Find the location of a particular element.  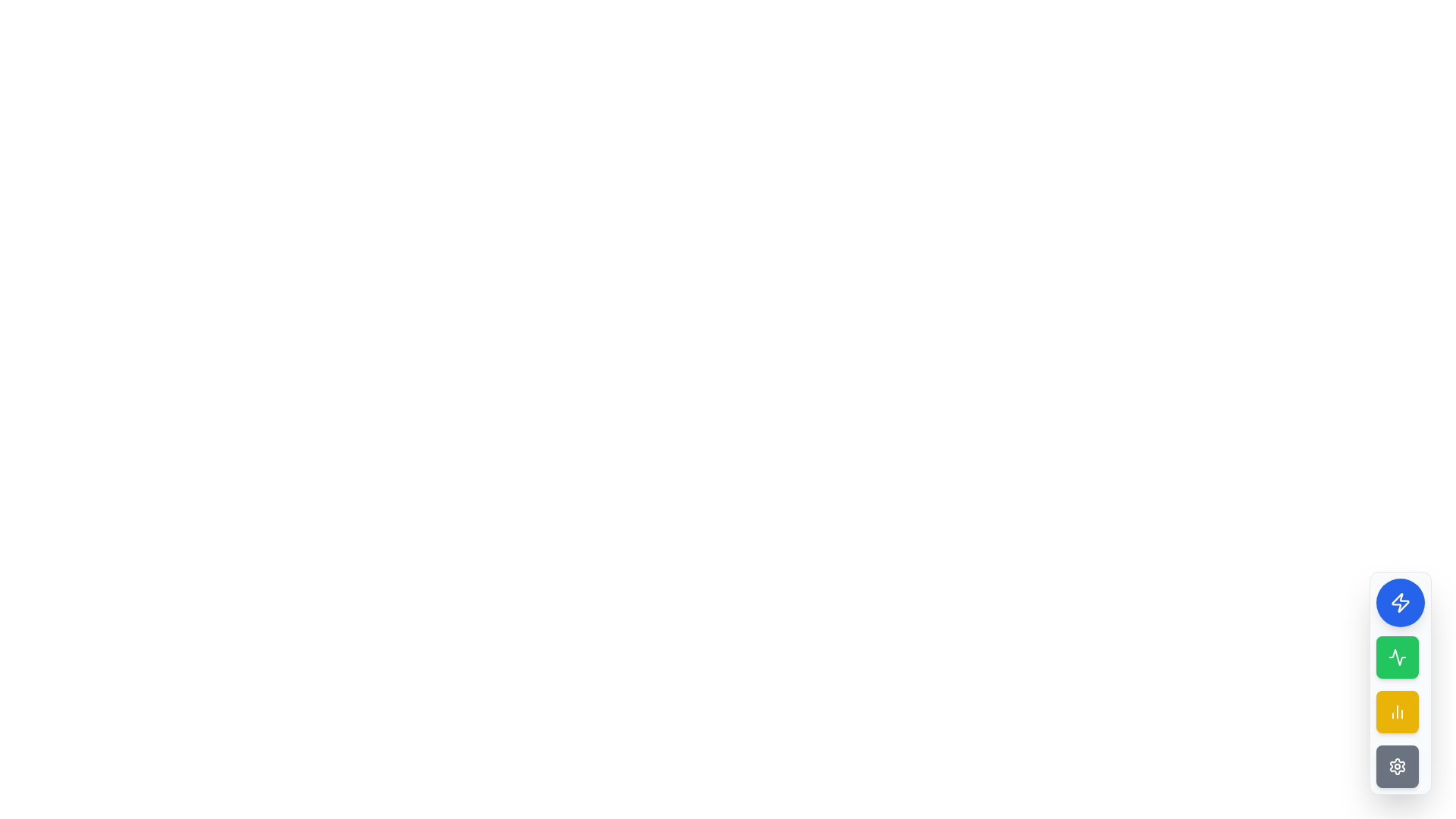

the settings icon located at the bottom of a vertical stack of circular buttons in the sidebar layout is located at coordinates (1397, 766).